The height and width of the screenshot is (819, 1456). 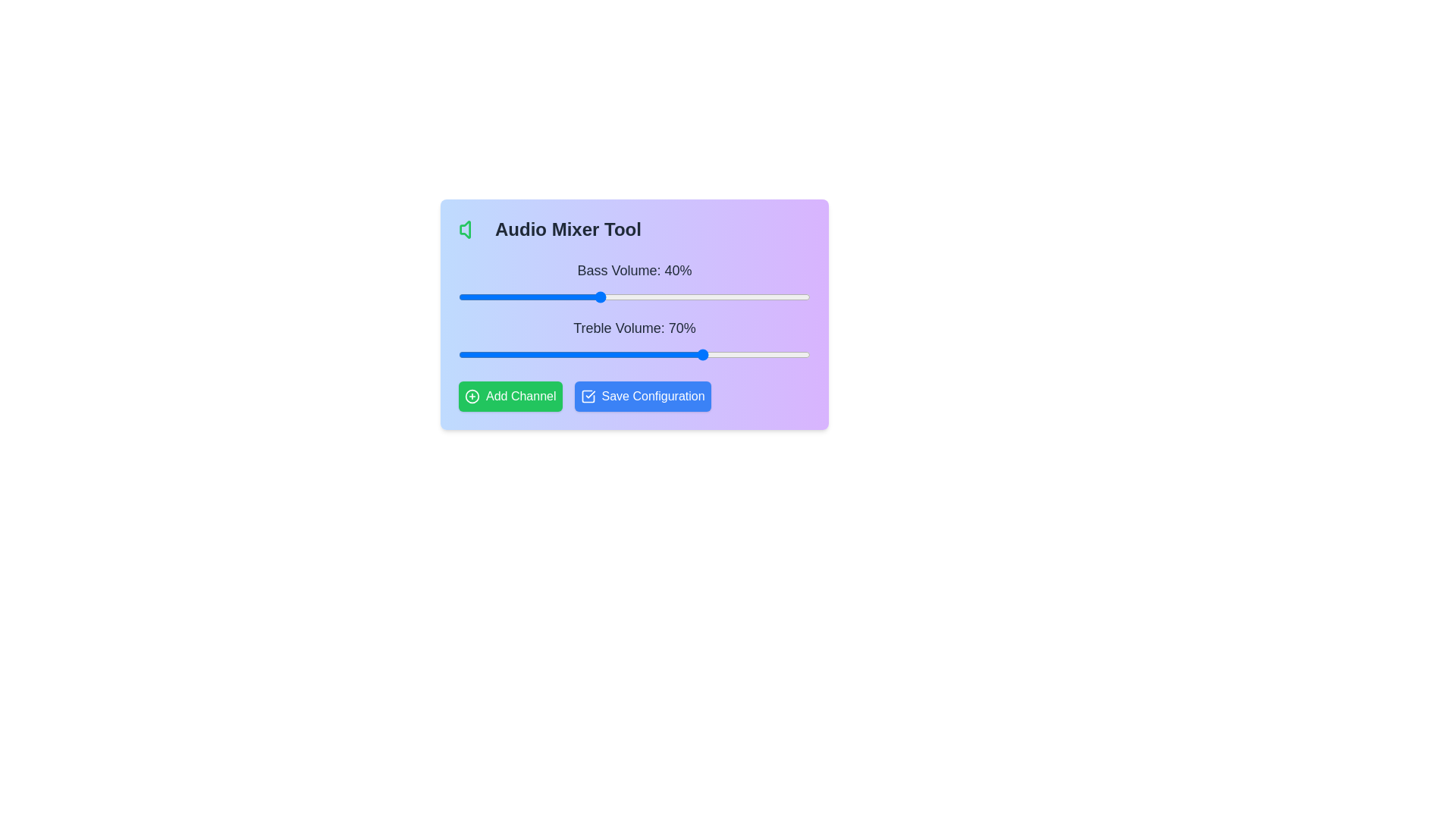 What do you see at coordinates (587, 396) in the screenshot?
I see `the toggle or confirmation Icon Button located in the bottom-right corner of the interface` at bounding box center [587, 396].